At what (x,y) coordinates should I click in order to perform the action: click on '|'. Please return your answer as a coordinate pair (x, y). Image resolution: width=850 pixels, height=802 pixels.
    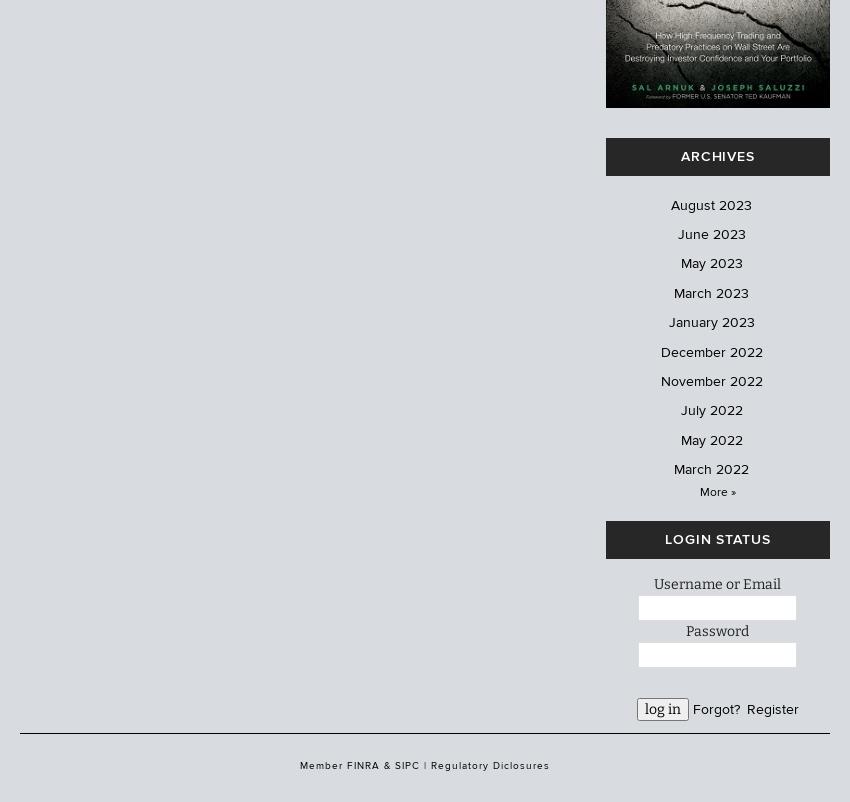
    Looking at the image, I should click on (425, 764).